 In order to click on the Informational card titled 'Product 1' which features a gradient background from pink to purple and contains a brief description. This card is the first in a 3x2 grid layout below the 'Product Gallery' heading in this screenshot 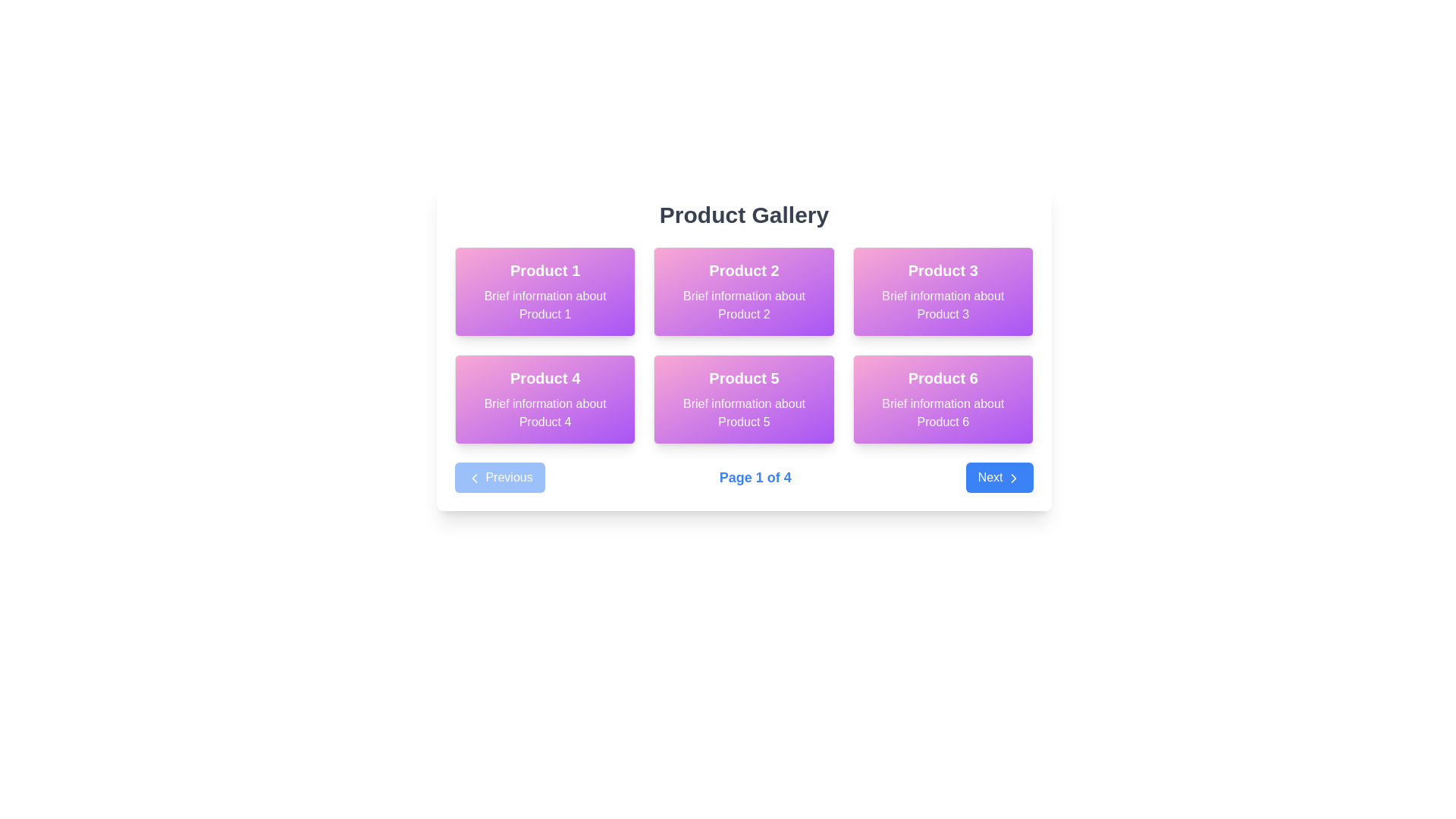, I will do `click(545, 292)`.